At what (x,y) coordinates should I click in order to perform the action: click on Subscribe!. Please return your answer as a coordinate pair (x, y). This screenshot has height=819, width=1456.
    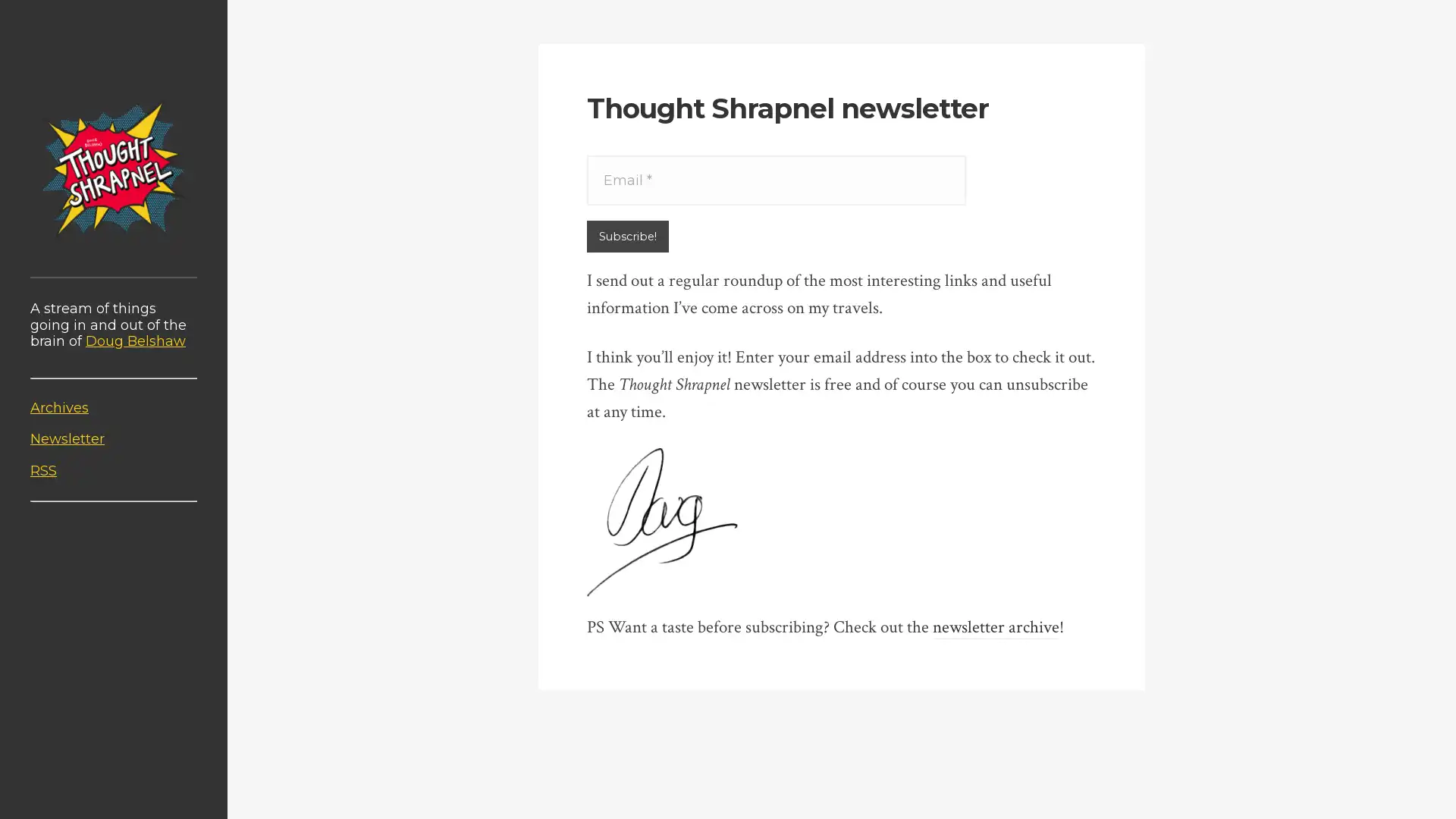
    Looking at the image, I should click on (628, 236).